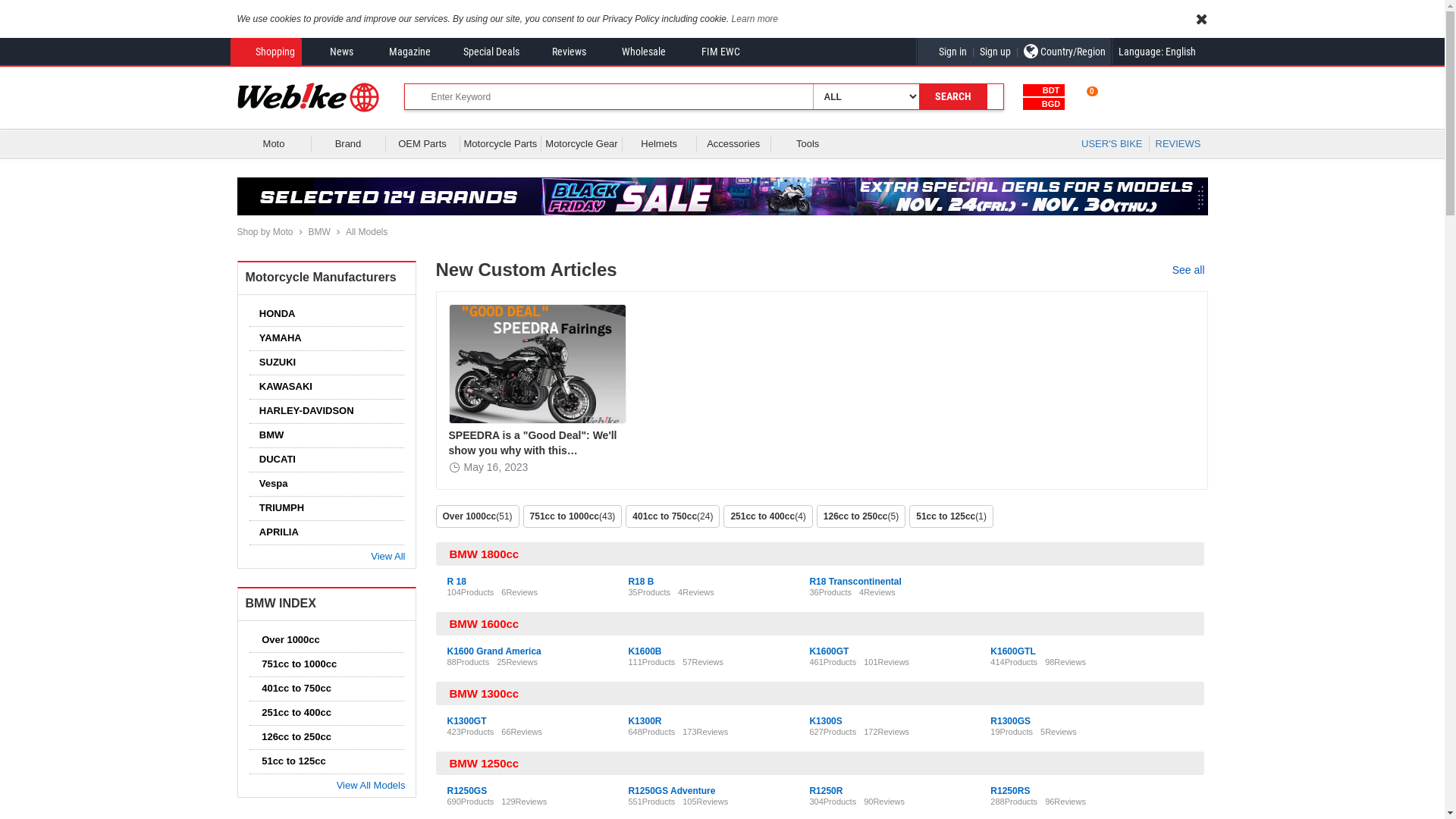 The height and width of the screenshot is (819, 1456). Describe the element at coordinates (1014, 800) in the screenshot. I see `'288Products'` at that location.